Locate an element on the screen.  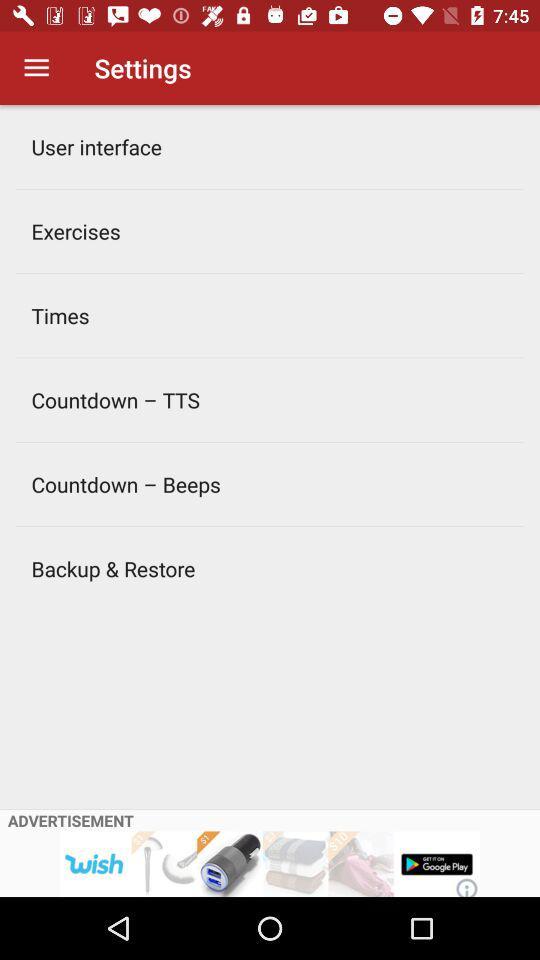
announcement is located at coordinates (270, 863).